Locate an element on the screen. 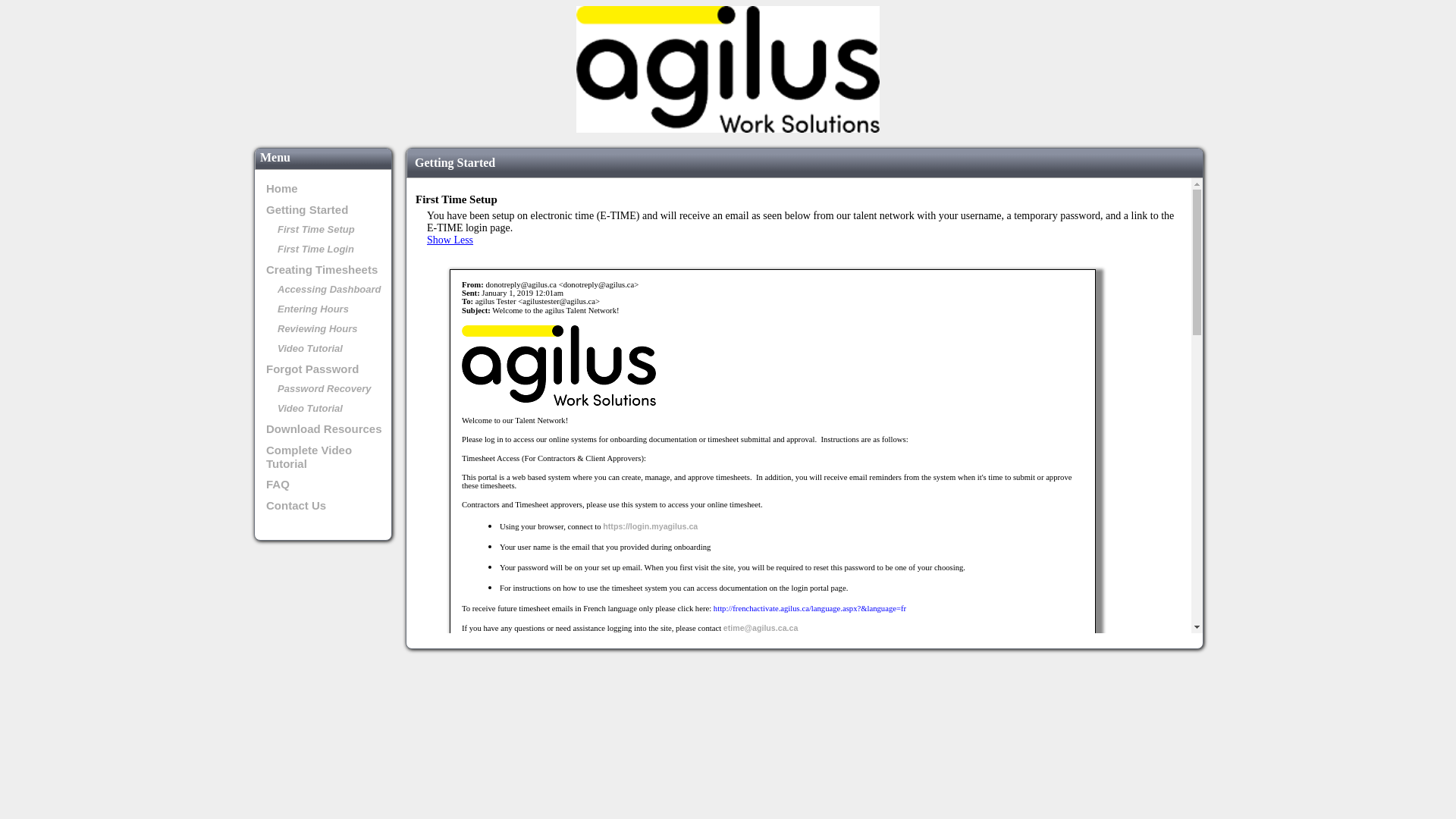 This screenshot has height=819, width=1456. 'https://login.myagilus.ca' is located at coordinates (650, 526).